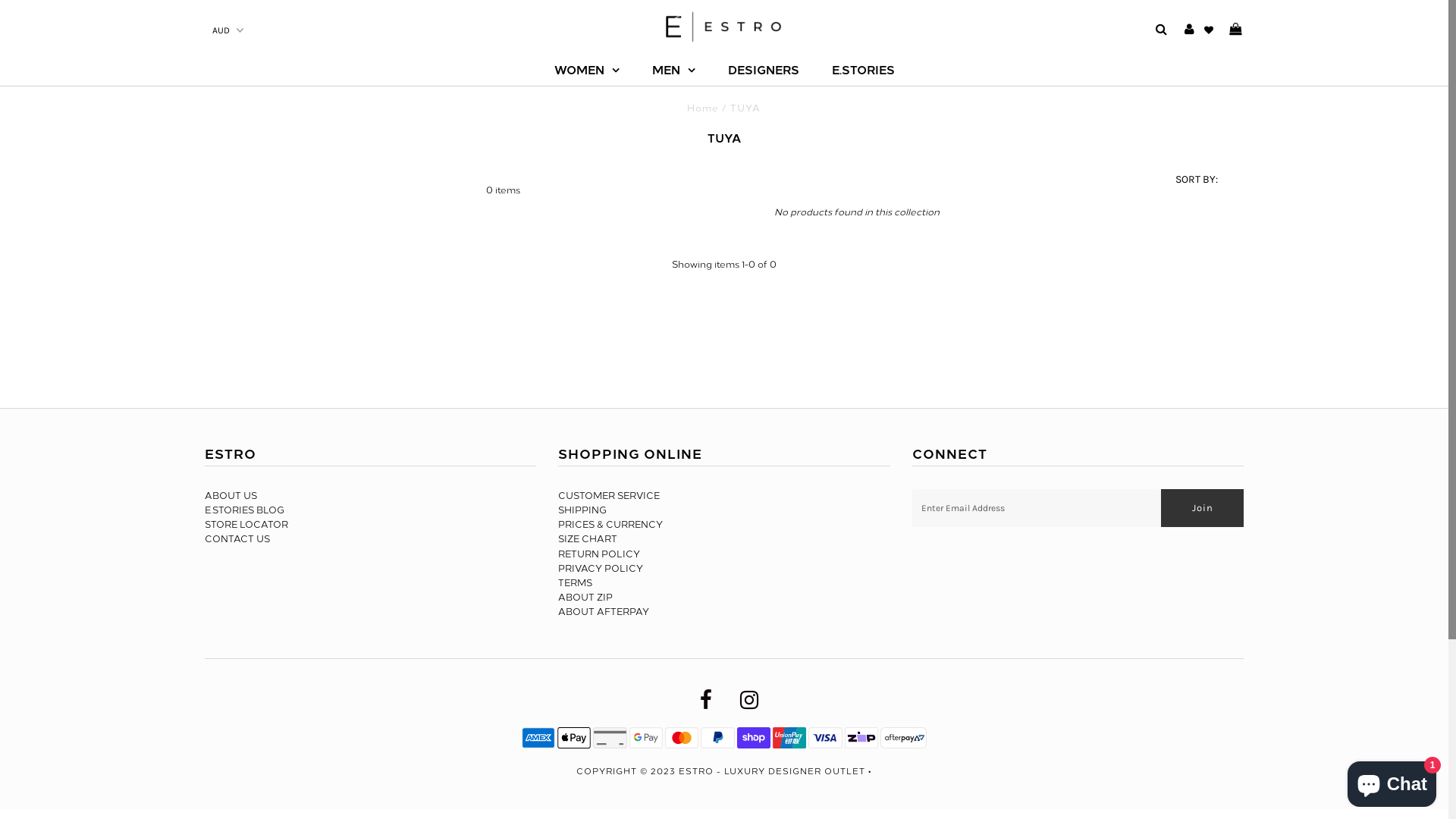 Image resolution: width=1456 pixels, height=819 pixels. I want to click on 'MEN', so click(673, 70).